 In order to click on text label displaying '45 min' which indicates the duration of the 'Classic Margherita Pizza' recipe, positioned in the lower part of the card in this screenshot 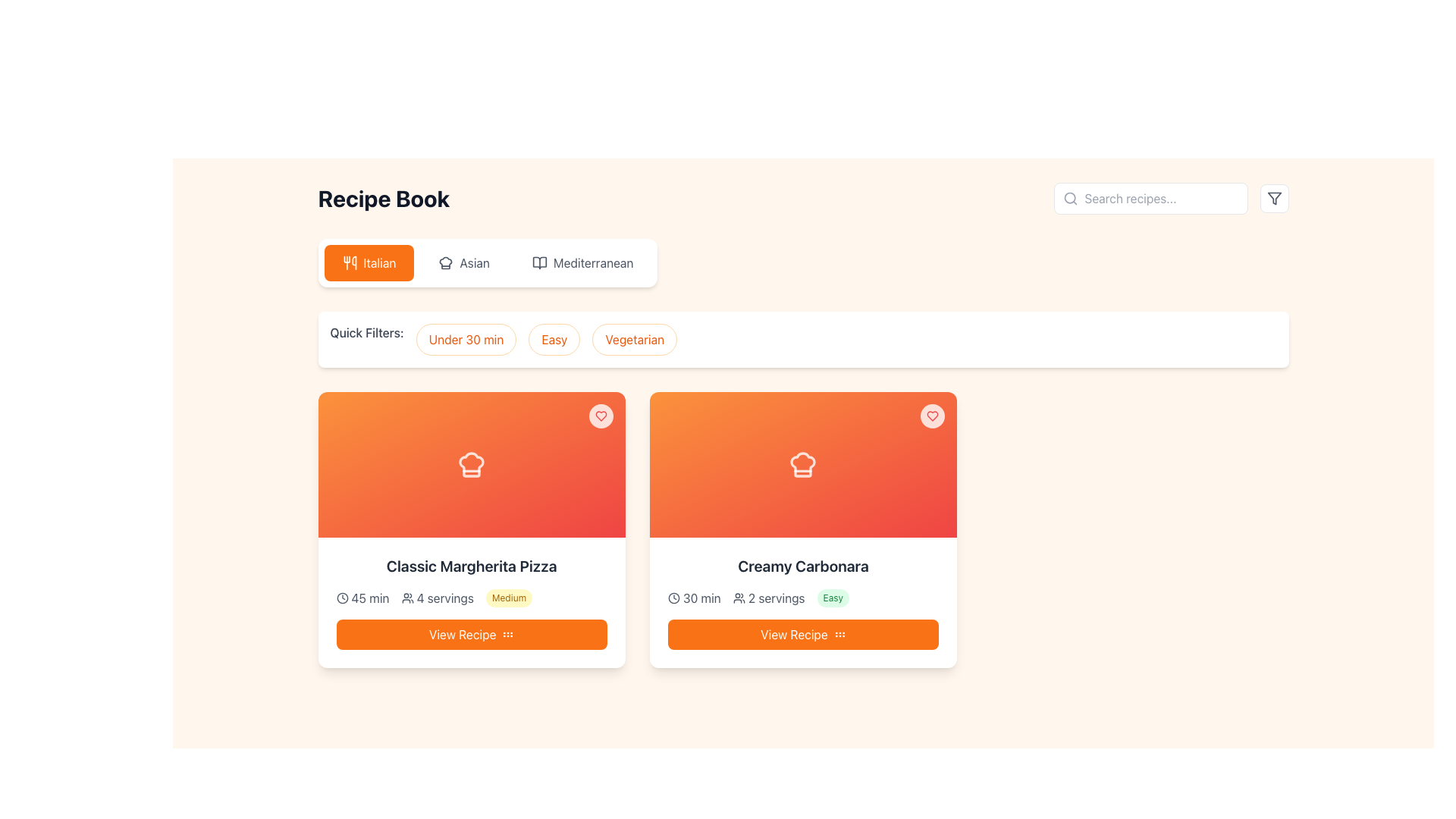, I will do `click(370, 598)`.